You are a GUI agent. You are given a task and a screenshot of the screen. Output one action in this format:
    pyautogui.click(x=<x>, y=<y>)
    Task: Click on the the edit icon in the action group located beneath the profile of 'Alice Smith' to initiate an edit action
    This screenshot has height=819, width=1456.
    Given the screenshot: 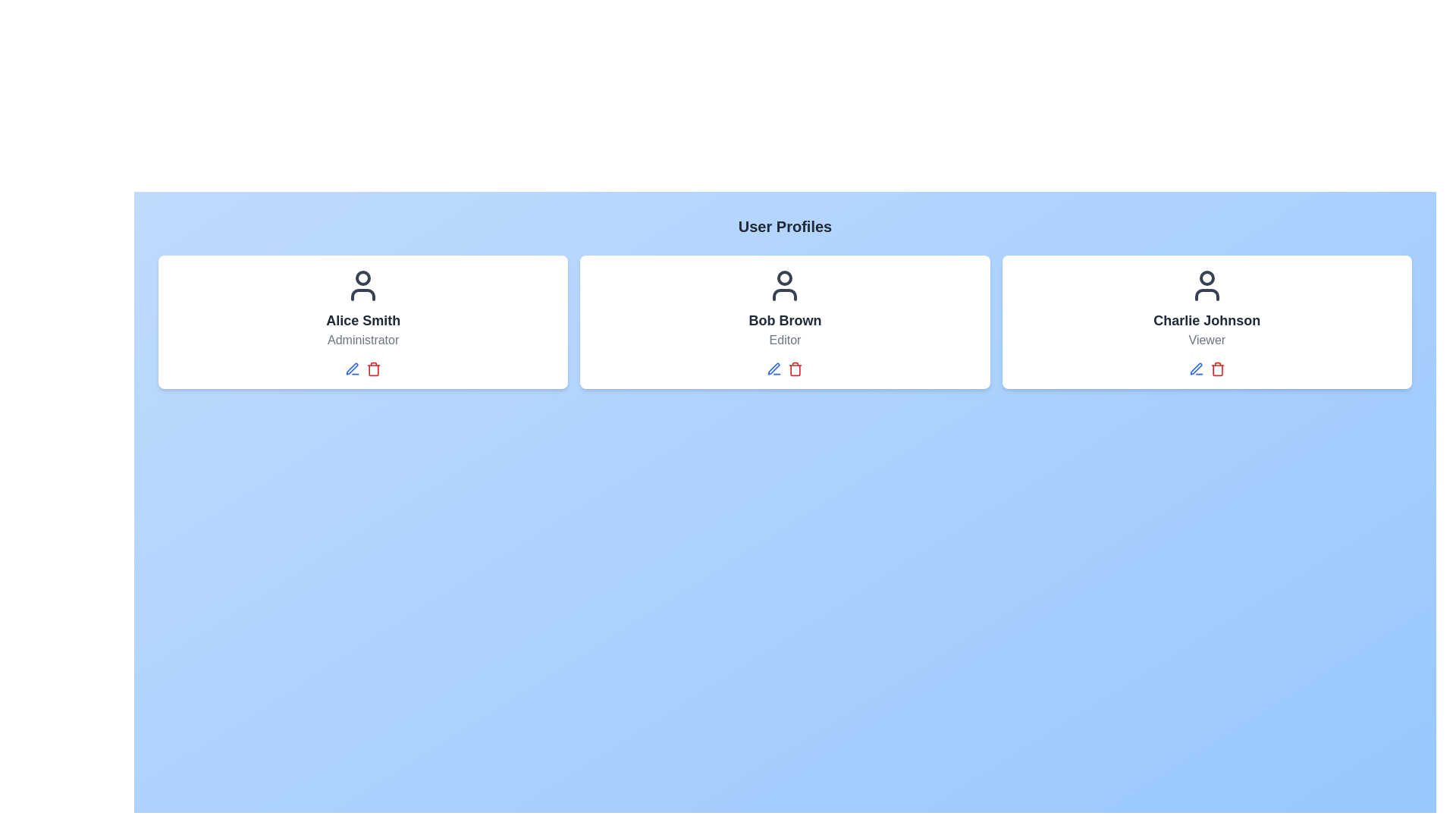 What is the action you would take?
    pyautogui.click(x=362, y=369)
    